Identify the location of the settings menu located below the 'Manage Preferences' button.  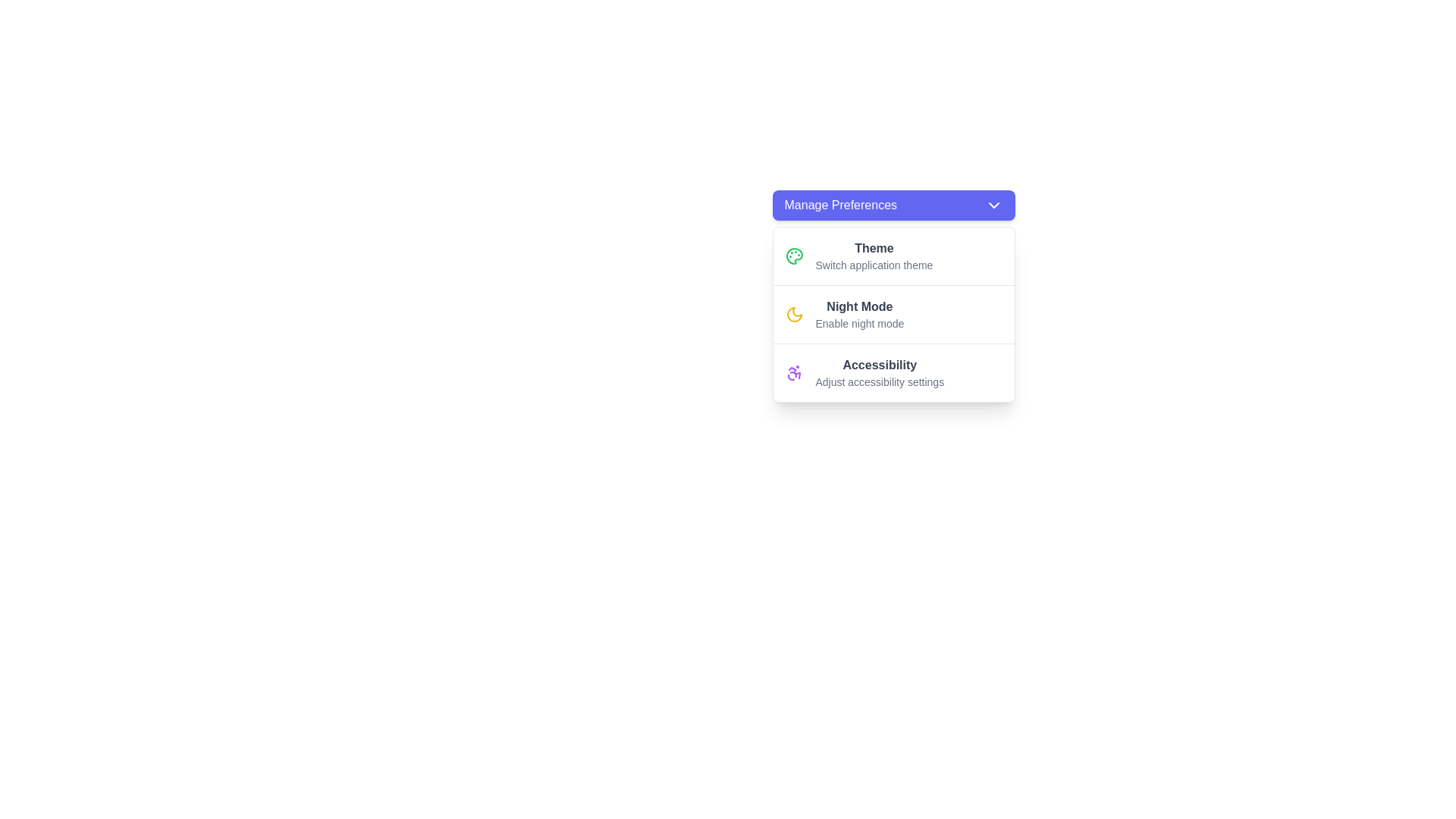
(893, 314).